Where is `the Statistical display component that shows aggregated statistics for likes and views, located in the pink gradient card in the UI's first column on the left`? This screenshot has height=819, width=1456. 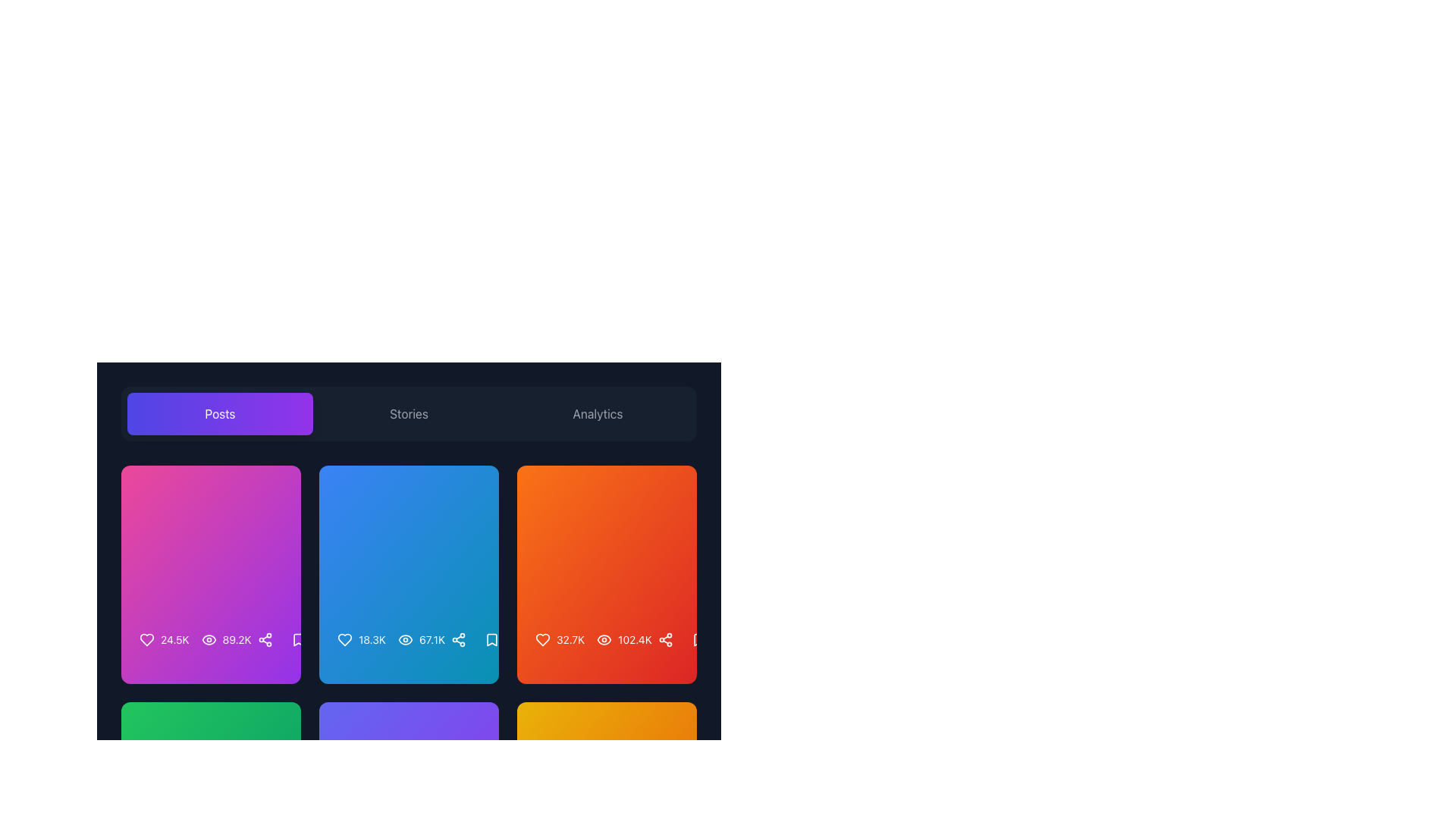 the Statistical display component that shows aggregated statistics for likes and views, located in the pink gradient card in the UI's first column on the left is located at coordinates (194, 640).